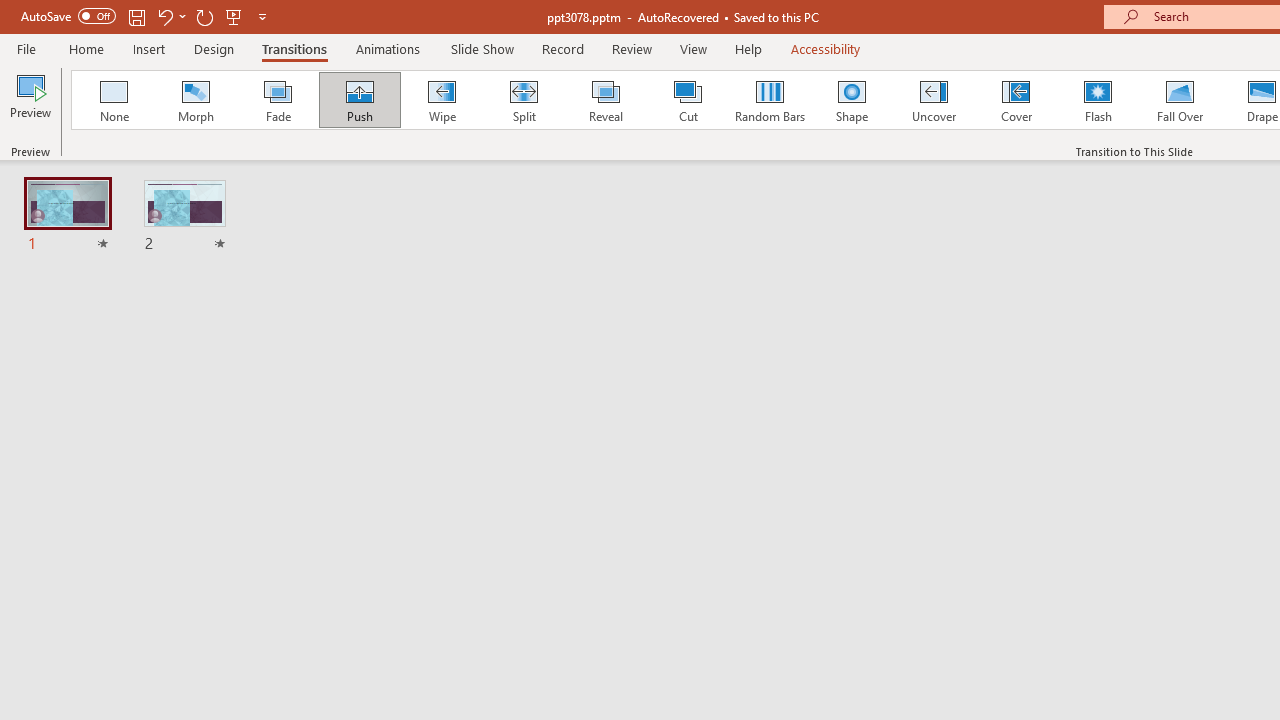  What do you see at coordinates (1016, 100) in the screenshot?
I see `'Cover'` at bounding box center [1016, 100].